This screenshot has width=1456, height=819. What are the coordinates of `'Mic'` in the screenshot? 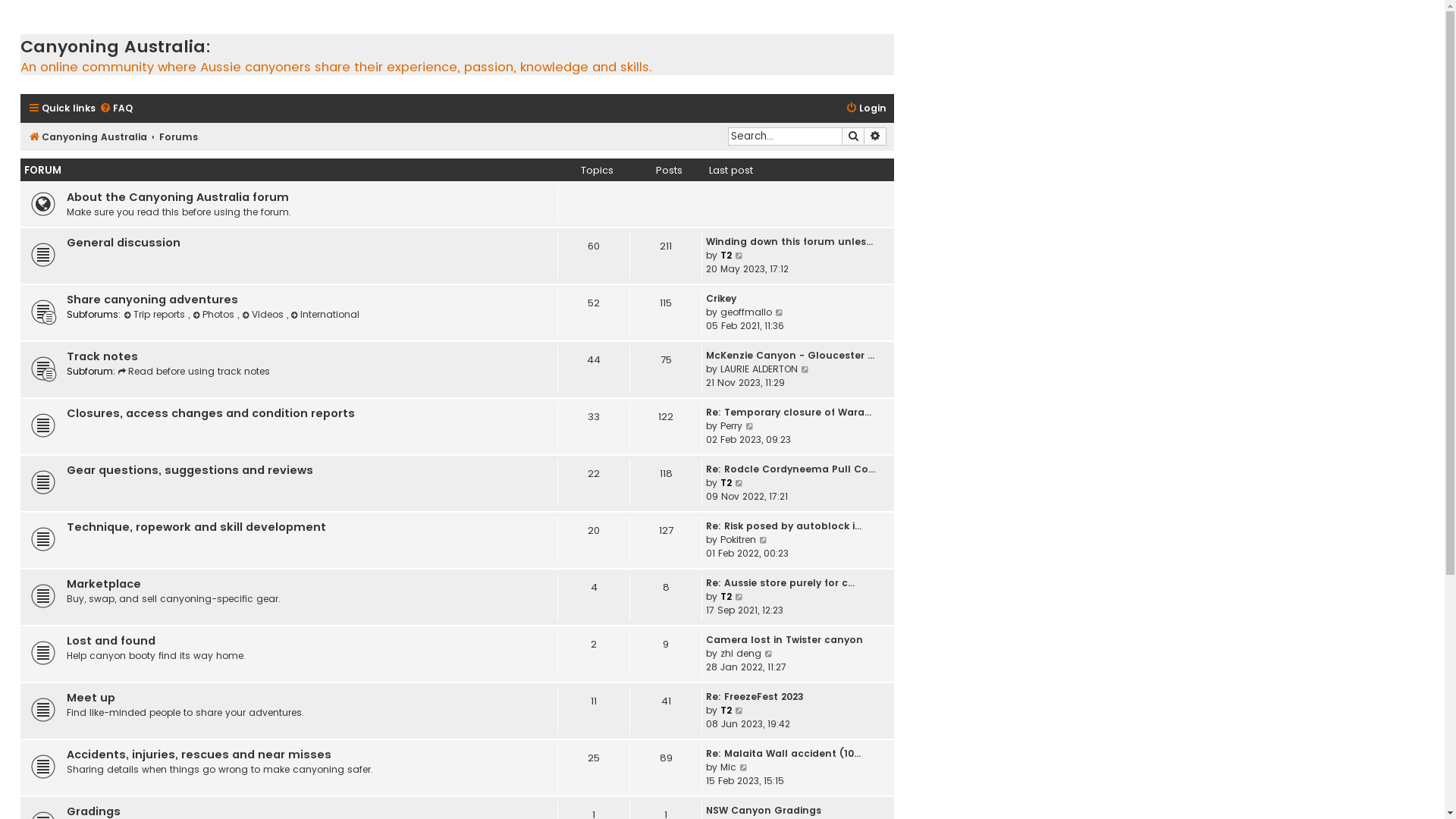 It's located at (728, 767).